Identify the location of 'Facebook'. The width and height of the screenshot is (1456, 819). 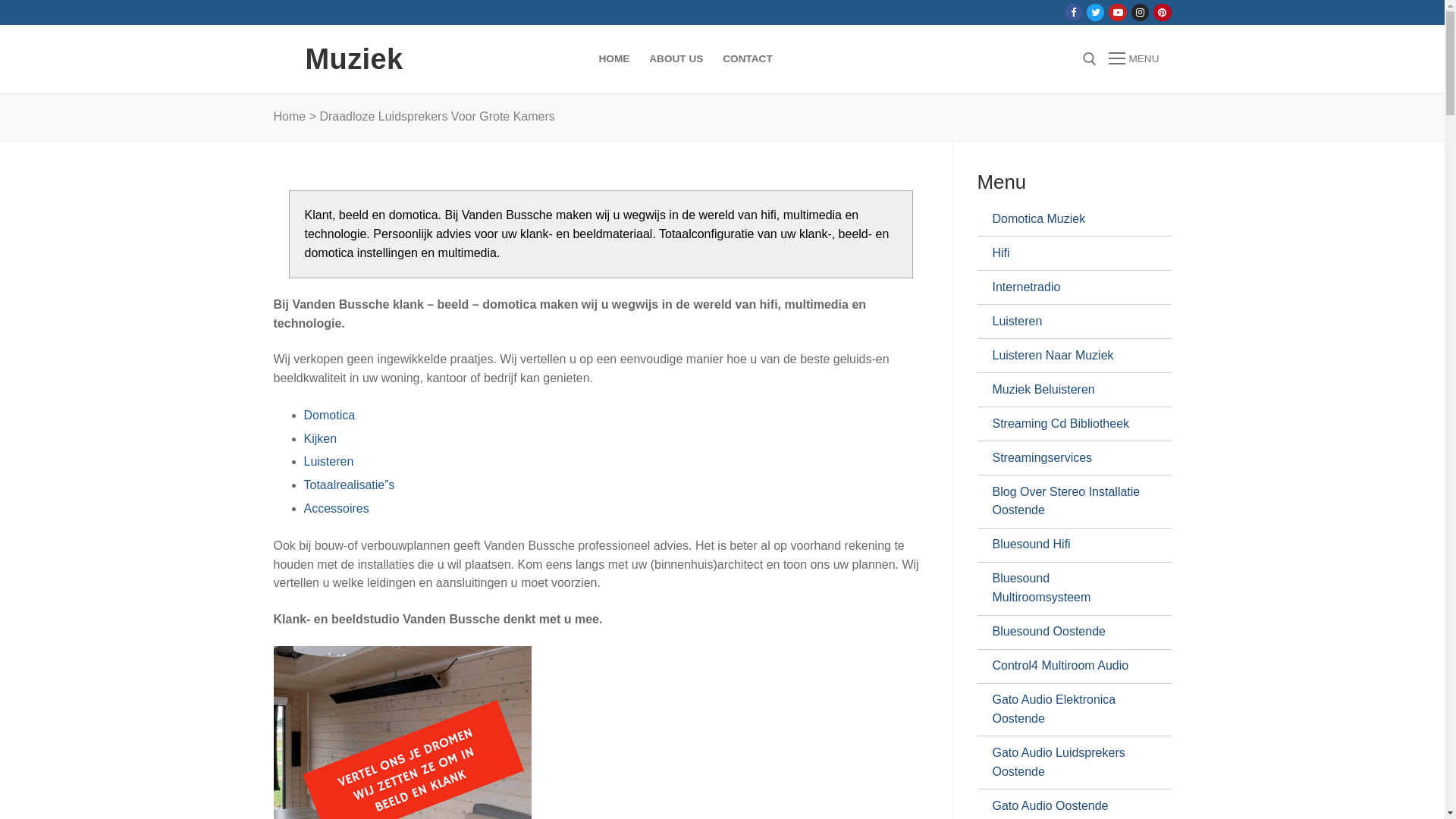
(1072, 12).